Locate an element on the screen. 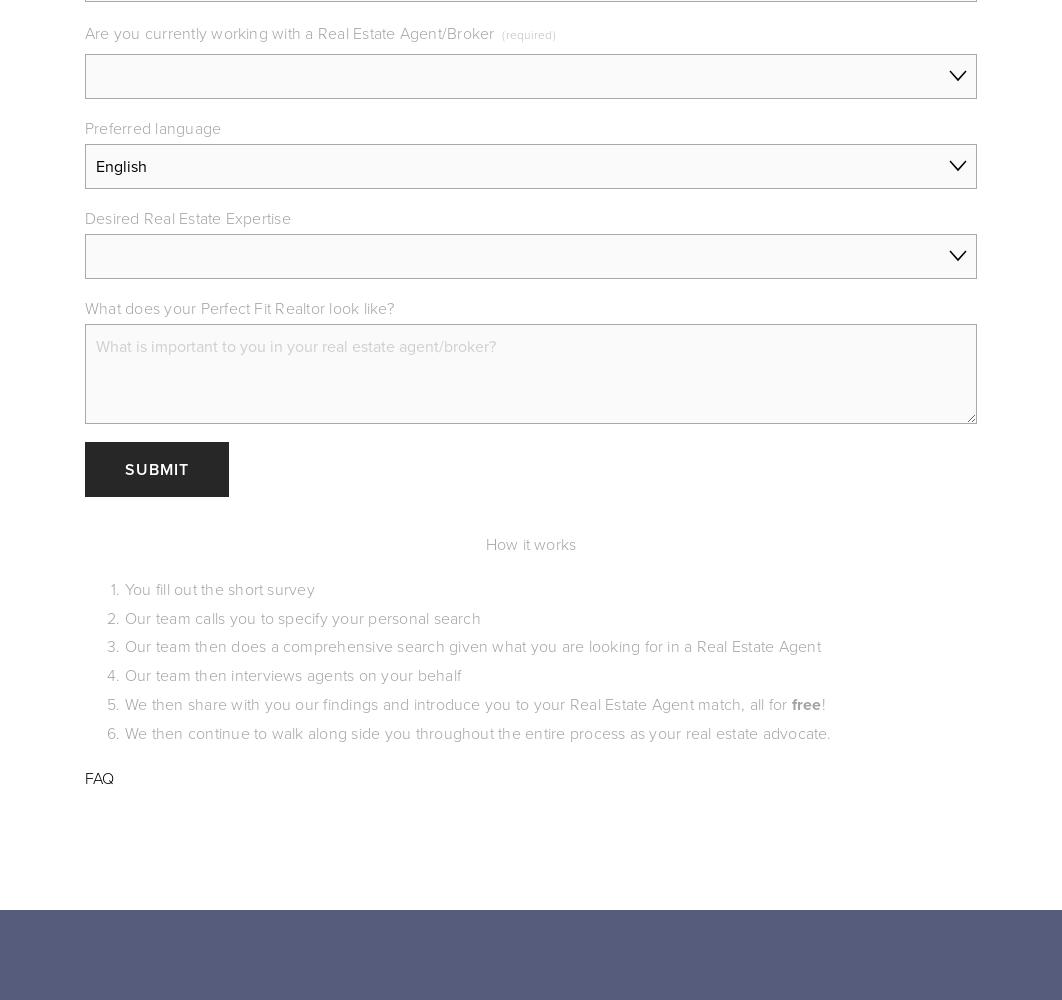 The image size is (1062, 1000). '(required)' is located at coordinates (527, 34).